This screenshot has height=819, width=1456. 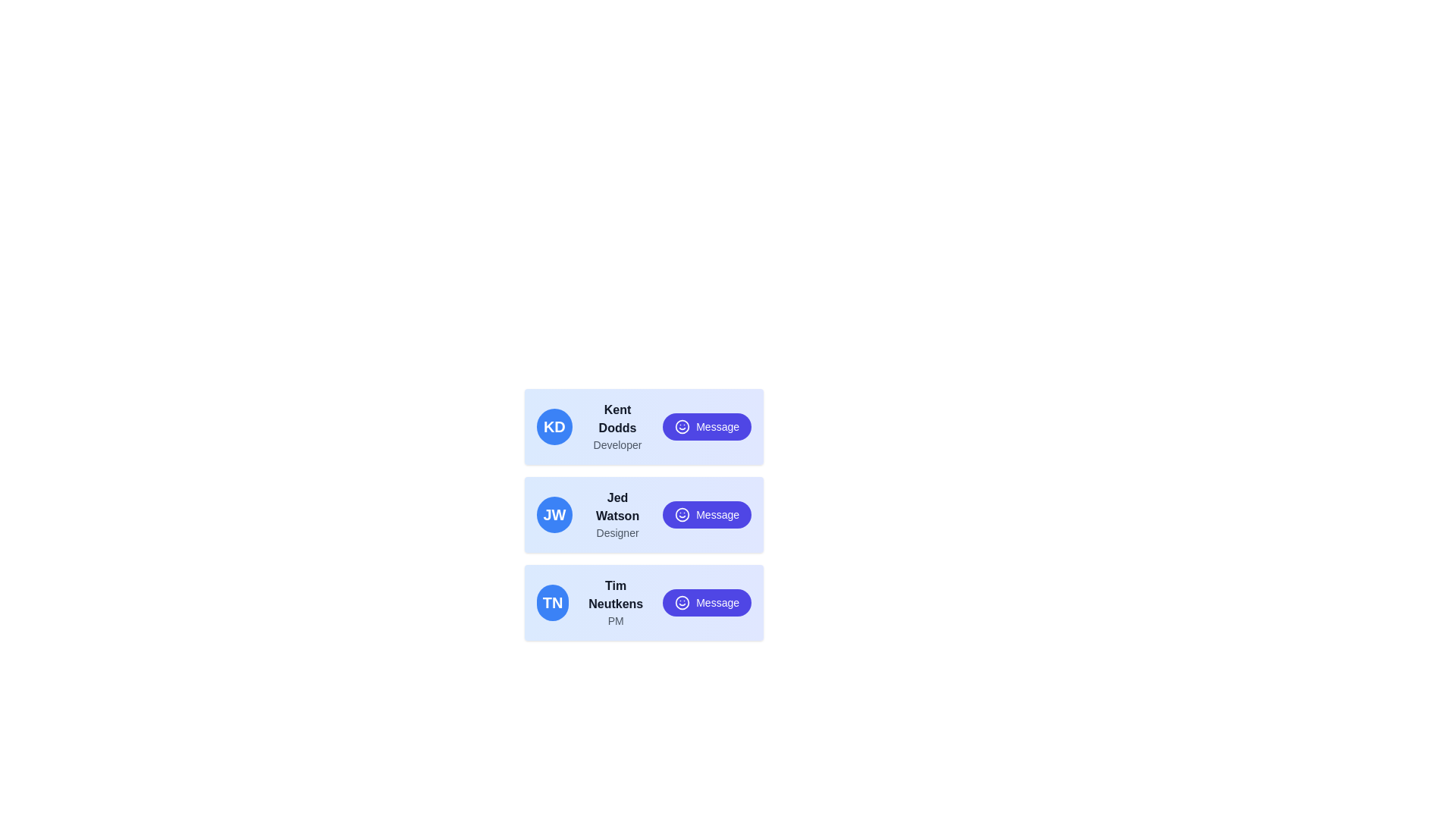 What do you see at coordinates (552, 601) in the screenshot?
I see `the circular blue Profile Badge displaying 'TN' in white, located to the left of the text 'Tim Neutkens' in the third card` at bounding box center [552, 601].